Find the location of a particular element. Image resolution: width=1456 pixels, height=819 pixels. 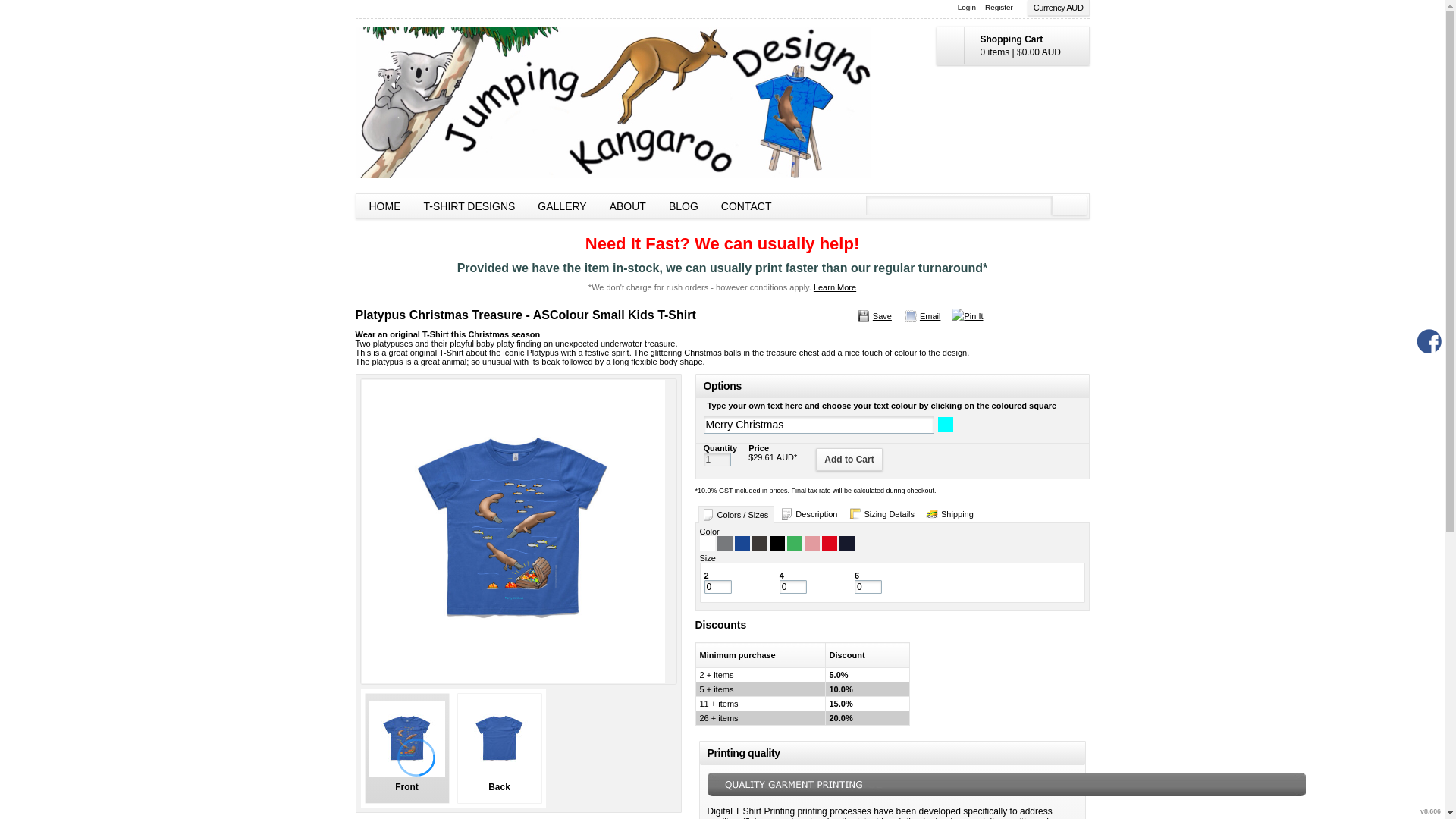

'Add to Cart' is located at coordinates (848, 458).